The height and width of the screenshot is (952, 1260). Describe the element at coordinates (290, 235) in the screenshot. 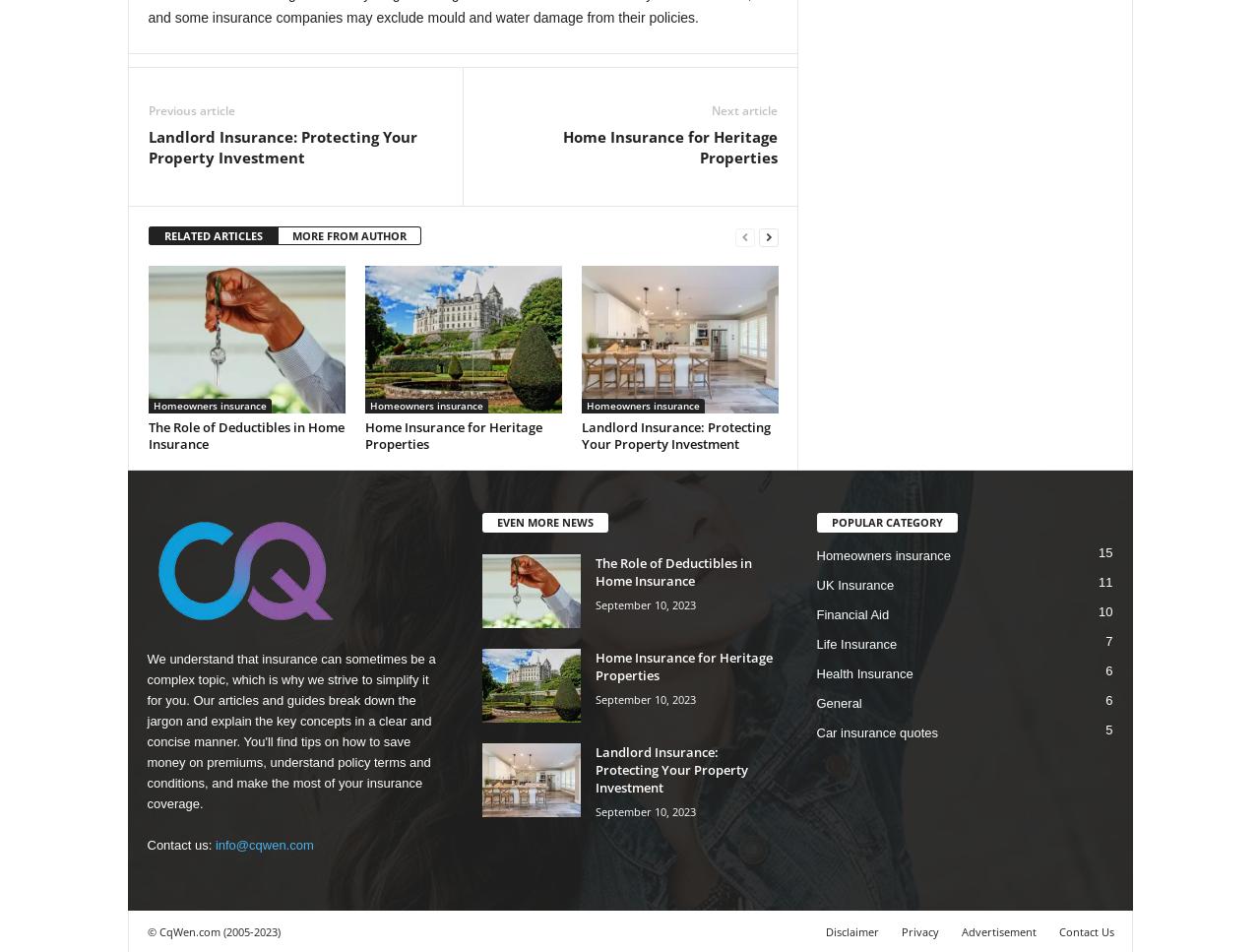

I see `'MORE FROM AUTHOR'` at that location.